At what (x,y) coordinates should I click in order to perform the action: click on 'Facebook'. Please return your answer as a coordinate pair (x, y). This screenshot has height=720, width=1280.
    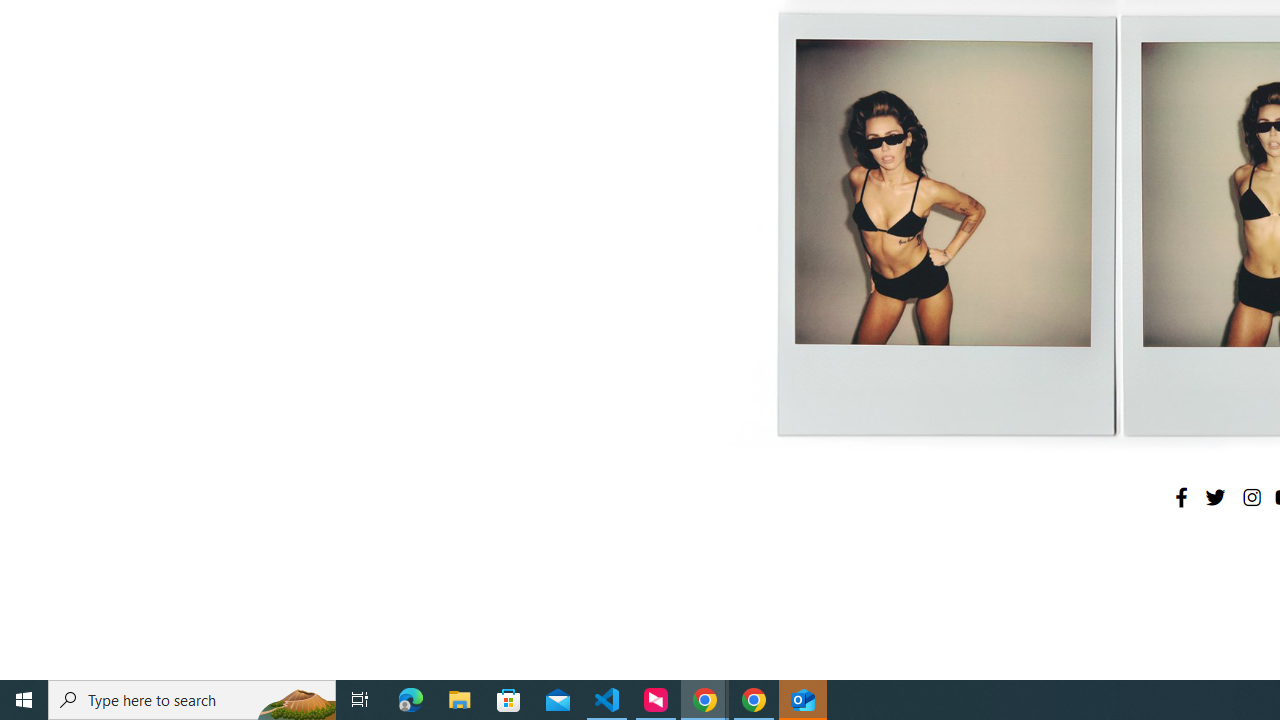
    Looking at the image, I should click on (1181, 496).